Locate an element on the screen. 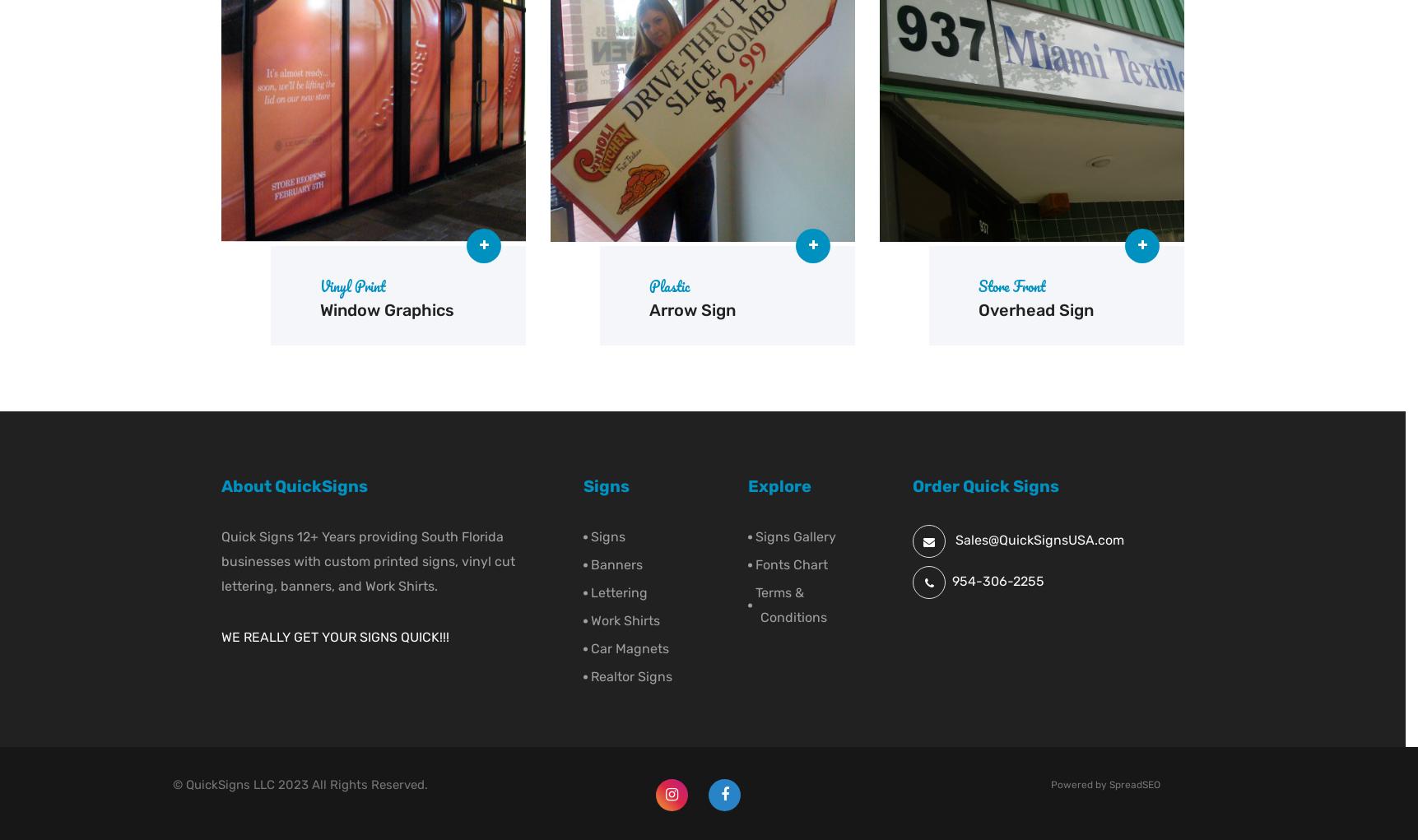  'Overhead Sign' is located at coordinates (1035, 309).